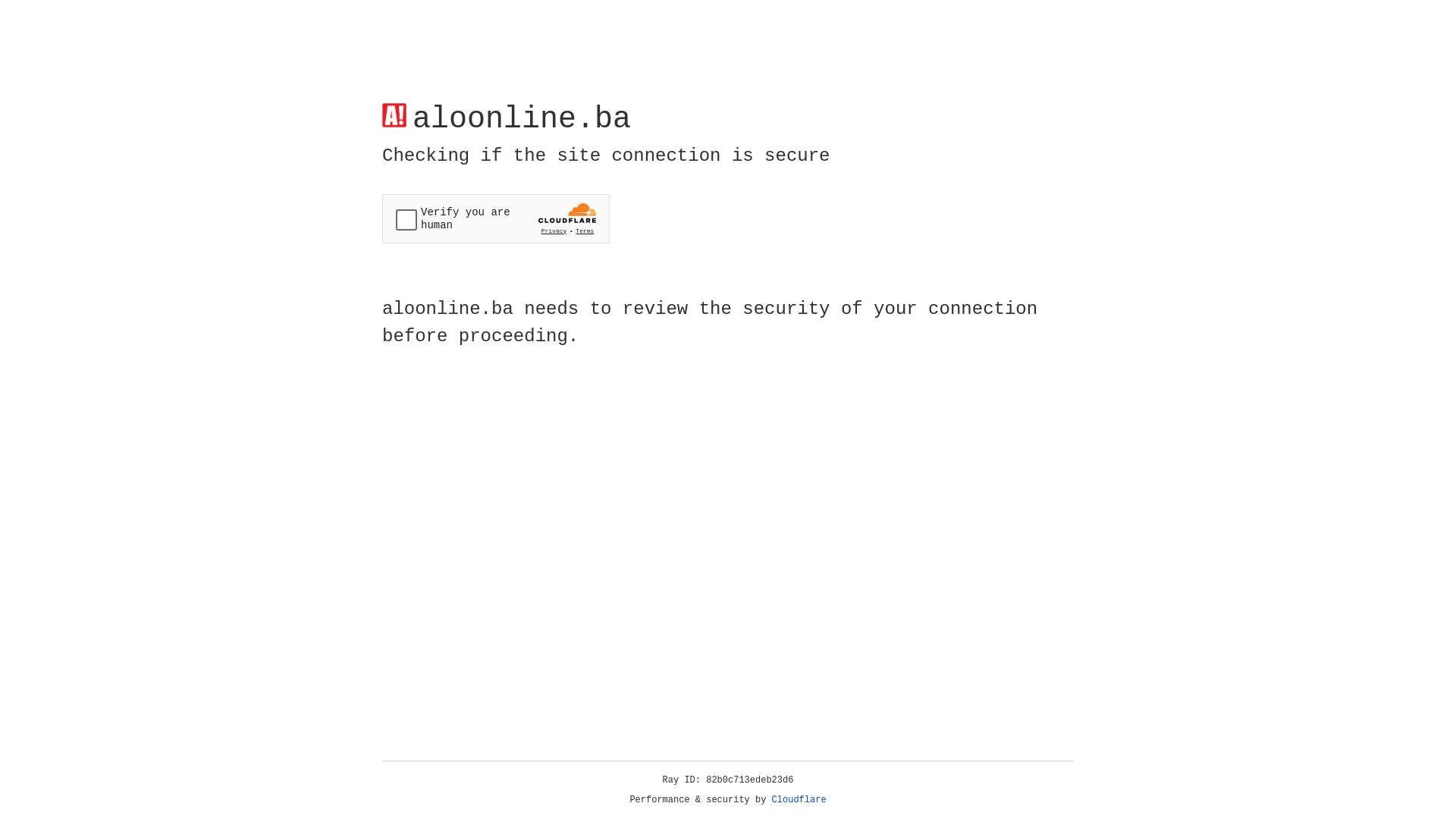 This screenshot has width=1456, height=819. Describe the element at coordinates (799, 799) in the screenshot. I see `'Cloudflare'` at that location.